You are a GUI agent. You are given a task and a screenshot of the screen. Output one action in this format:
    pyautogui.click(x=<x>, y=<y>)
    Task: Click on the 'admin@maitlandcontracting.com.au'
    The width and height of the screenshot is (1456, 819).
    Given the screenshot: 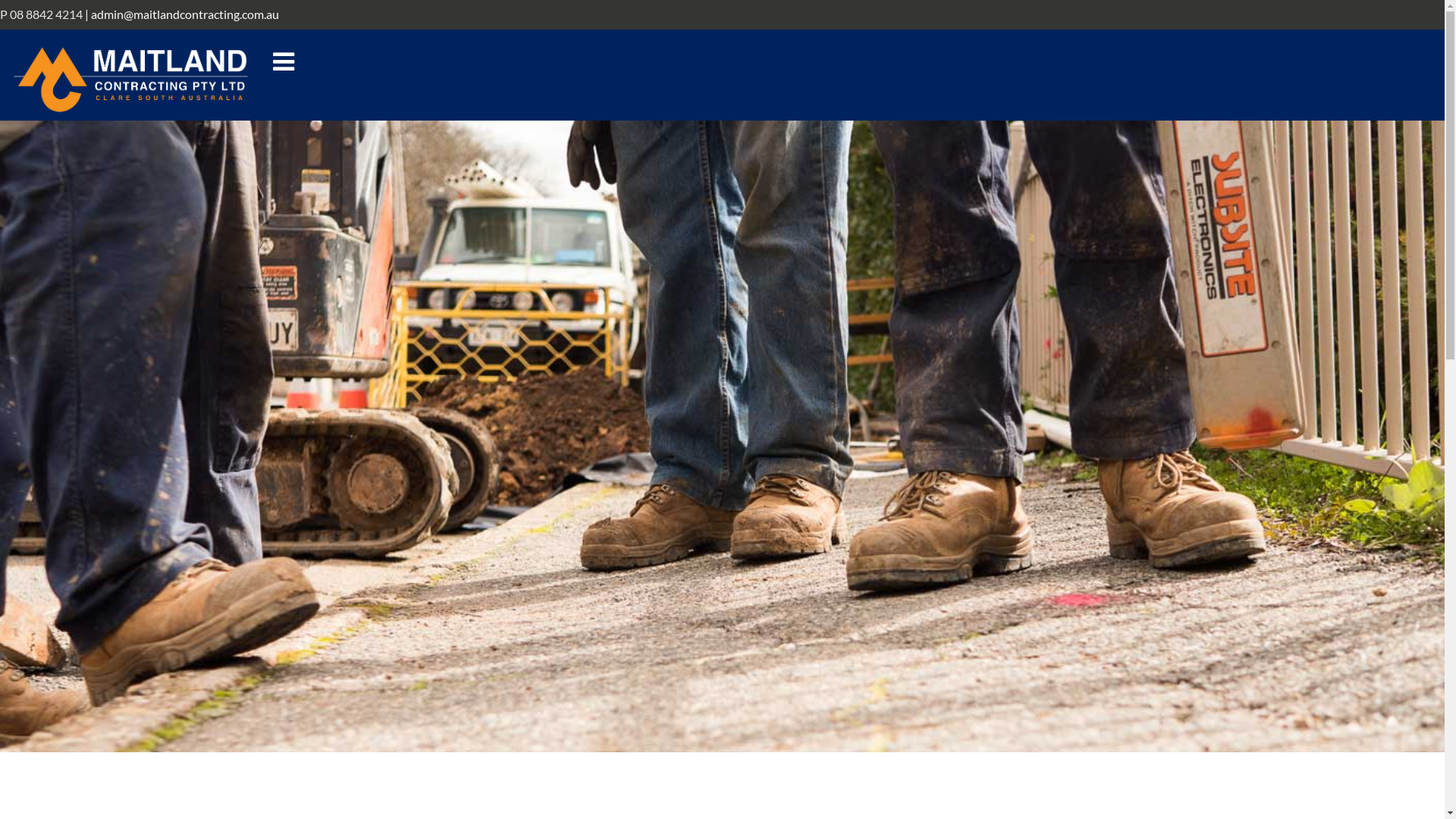 What is the action you would take?
    pyautogui.click(x=90, y=14)
    